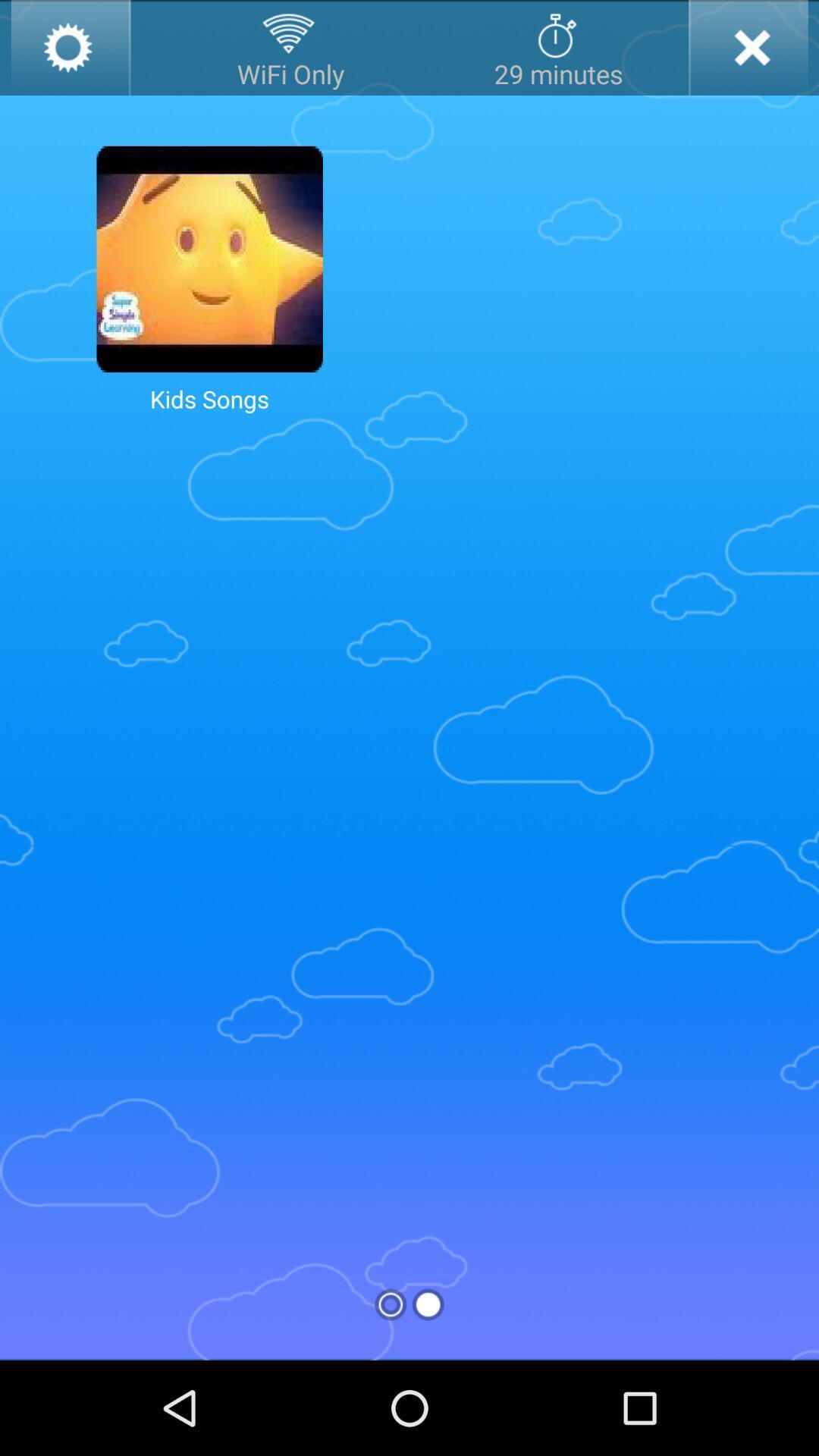  Describe the element at coordinates (209, 259) in the screenshot. I see `a kids song` at that location.